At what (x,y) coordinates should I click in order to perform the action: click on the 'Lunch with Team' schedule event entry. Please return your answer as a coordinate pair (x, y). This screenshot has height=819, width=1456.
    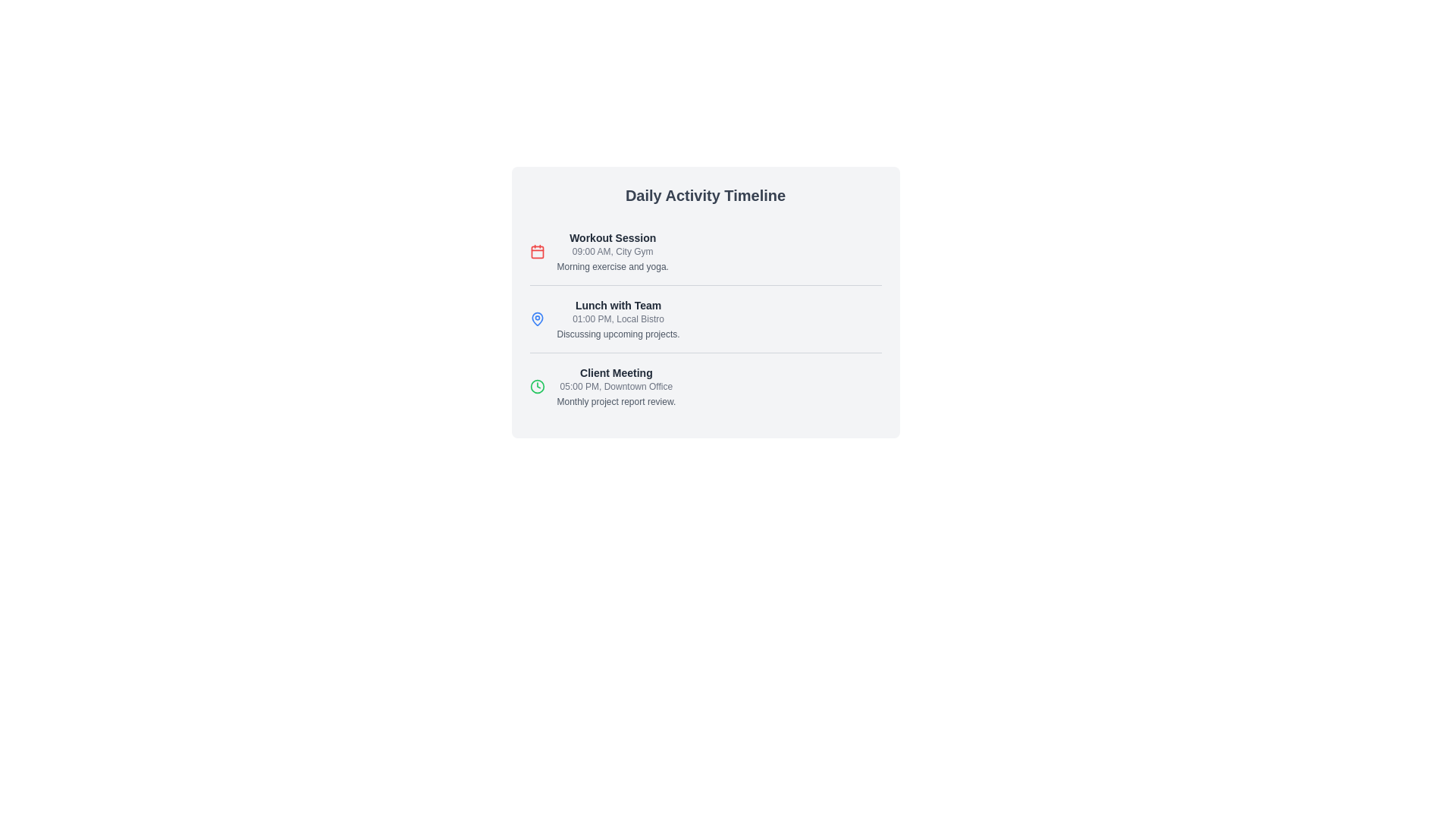
    Looking at the image, I should click on (618, 318).